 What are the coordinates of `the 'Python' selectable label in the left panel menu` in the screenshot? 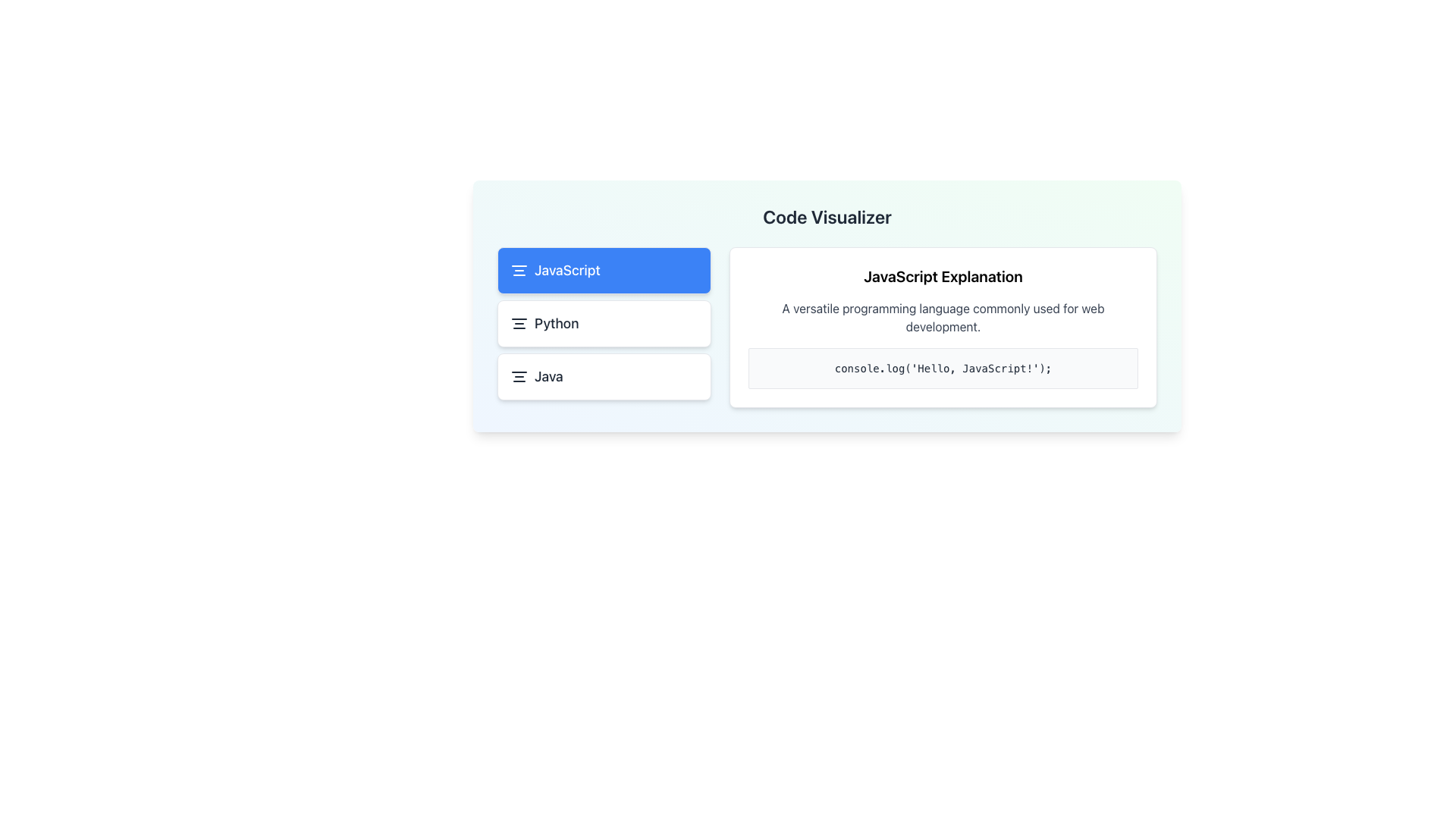 It's located at (556, 323).